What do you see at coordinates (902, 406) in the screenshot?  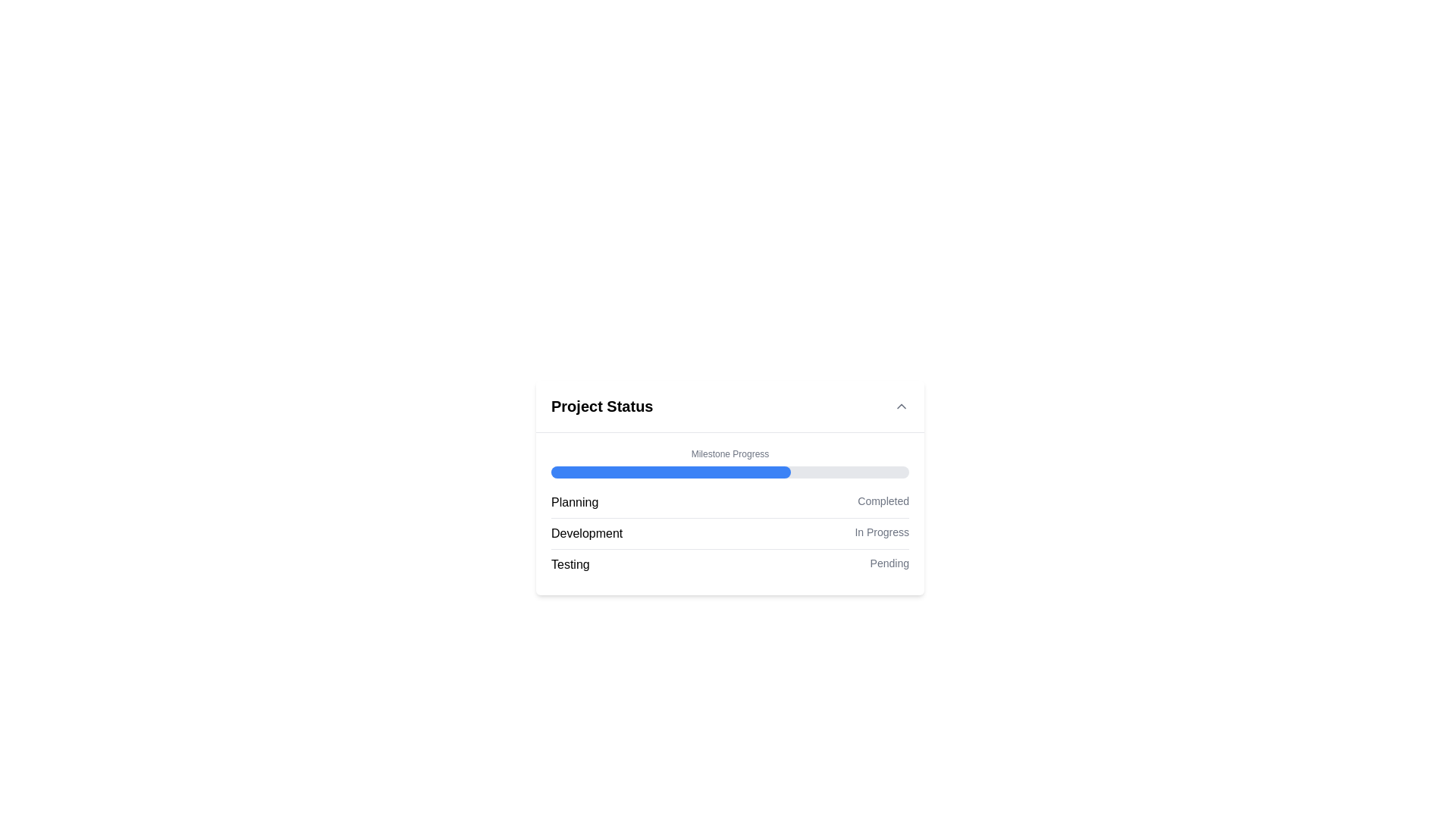 I see `the upward-pointing arrow icon button located in the top-right corner of the 'Project Status' section` at bounding box center [902, 406].